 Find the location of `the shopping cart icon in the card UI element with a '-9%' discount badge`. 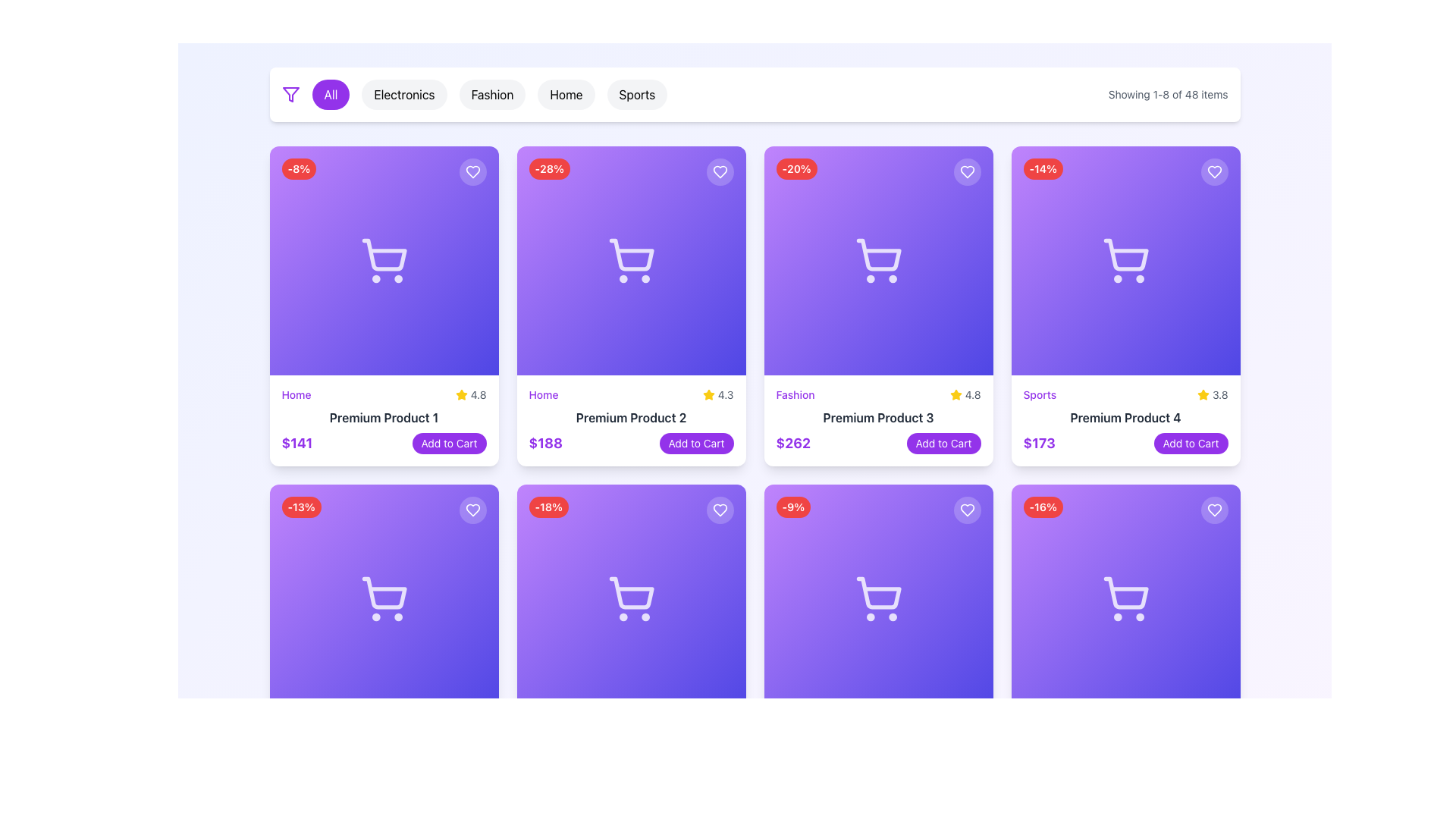

the shopping cart icon in the card UI element with a '-9%' discount badge is located at coordinates (878, 598).